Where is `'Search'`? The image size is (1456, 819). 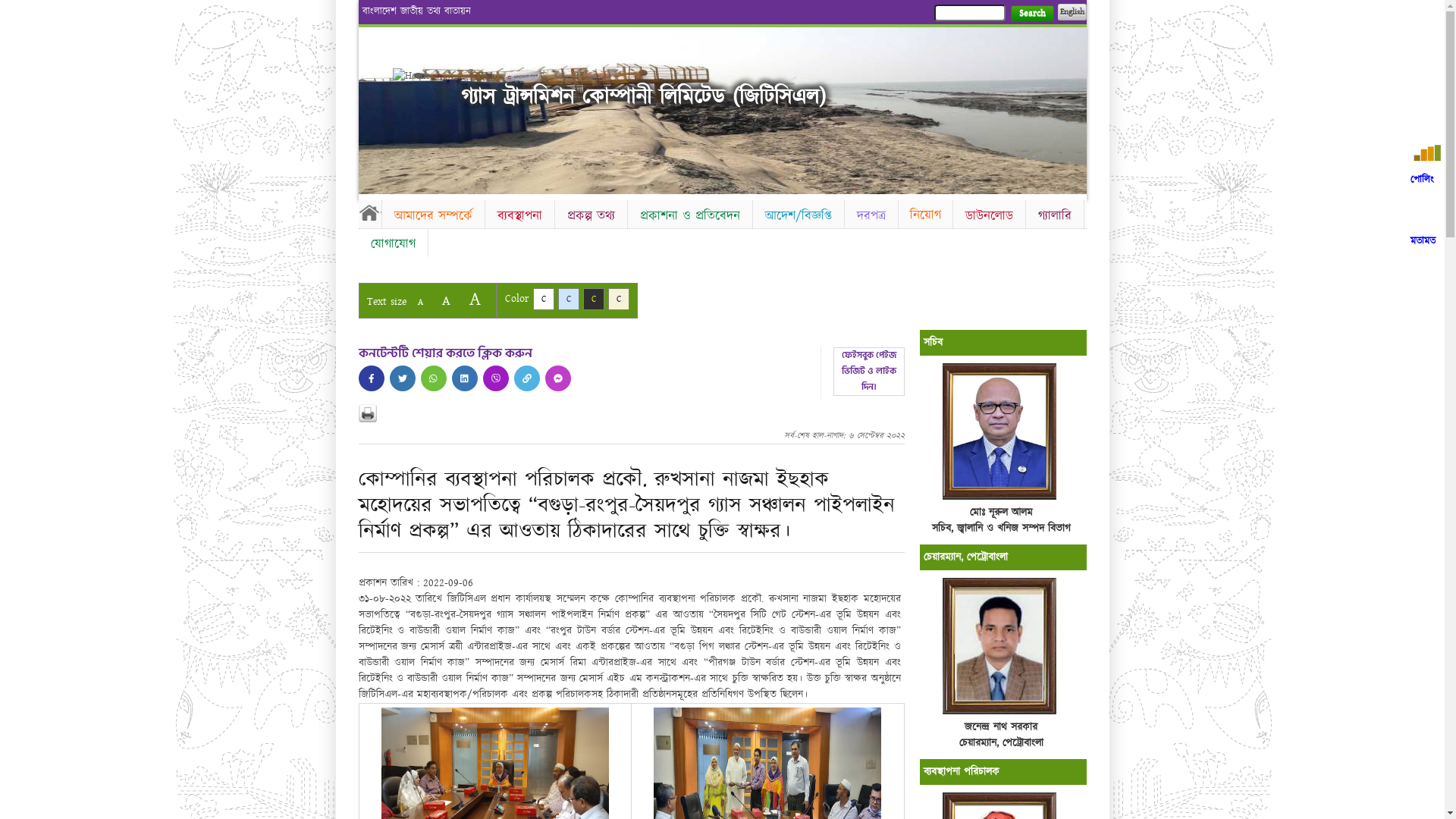
'Search' is located at coordinates (1009, 13).